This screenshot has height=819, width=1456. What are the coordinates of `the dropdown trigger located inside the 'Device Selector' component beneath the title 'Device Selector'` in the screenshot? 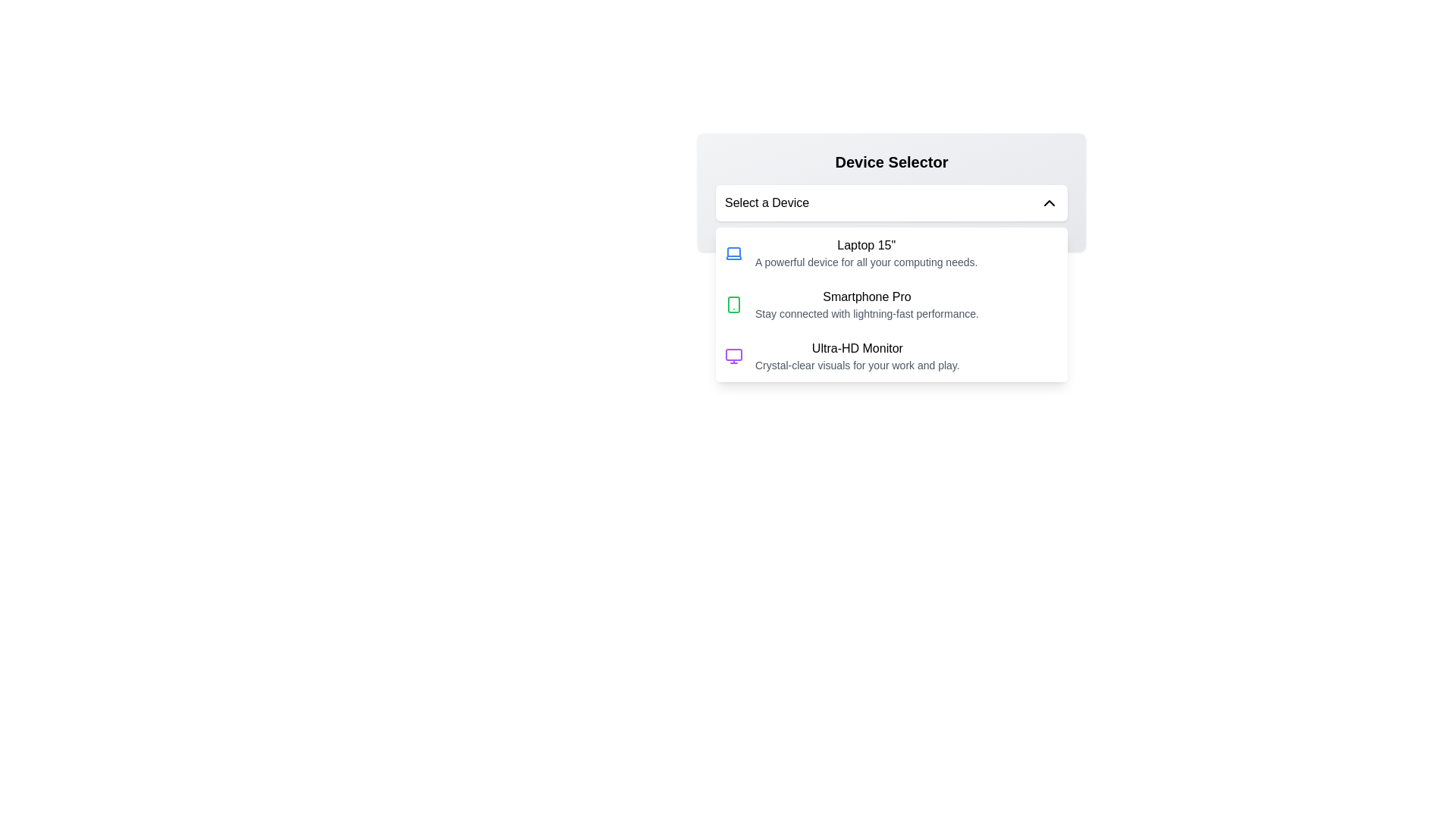 It's located at (892, 202).